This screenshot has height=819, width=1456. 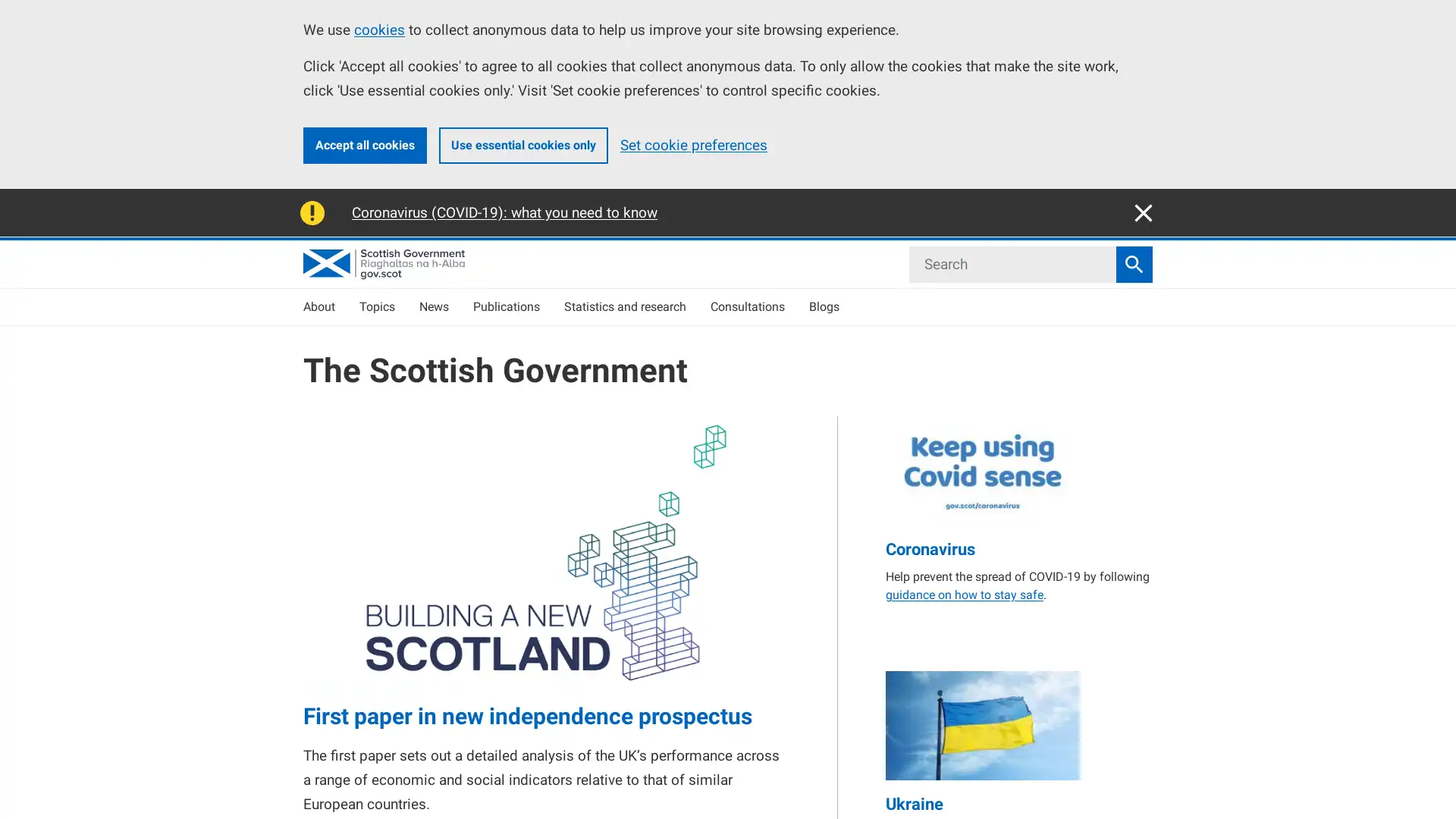 I want to click on Use essential cookies only, so click(x=523, y=145).